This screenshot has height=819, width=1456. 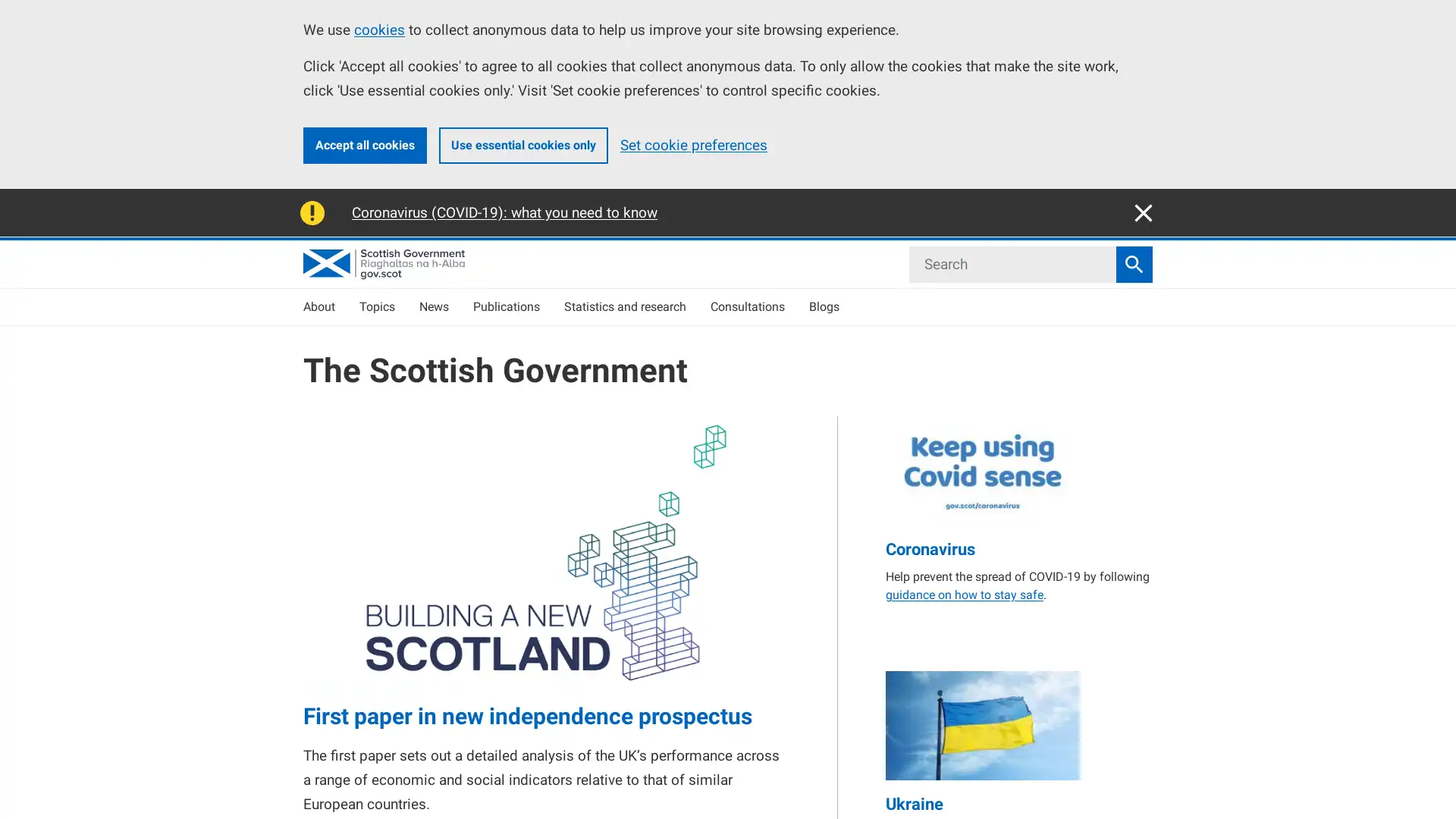 I want to click on Use essential cookies only, so click(x=523, y=145).